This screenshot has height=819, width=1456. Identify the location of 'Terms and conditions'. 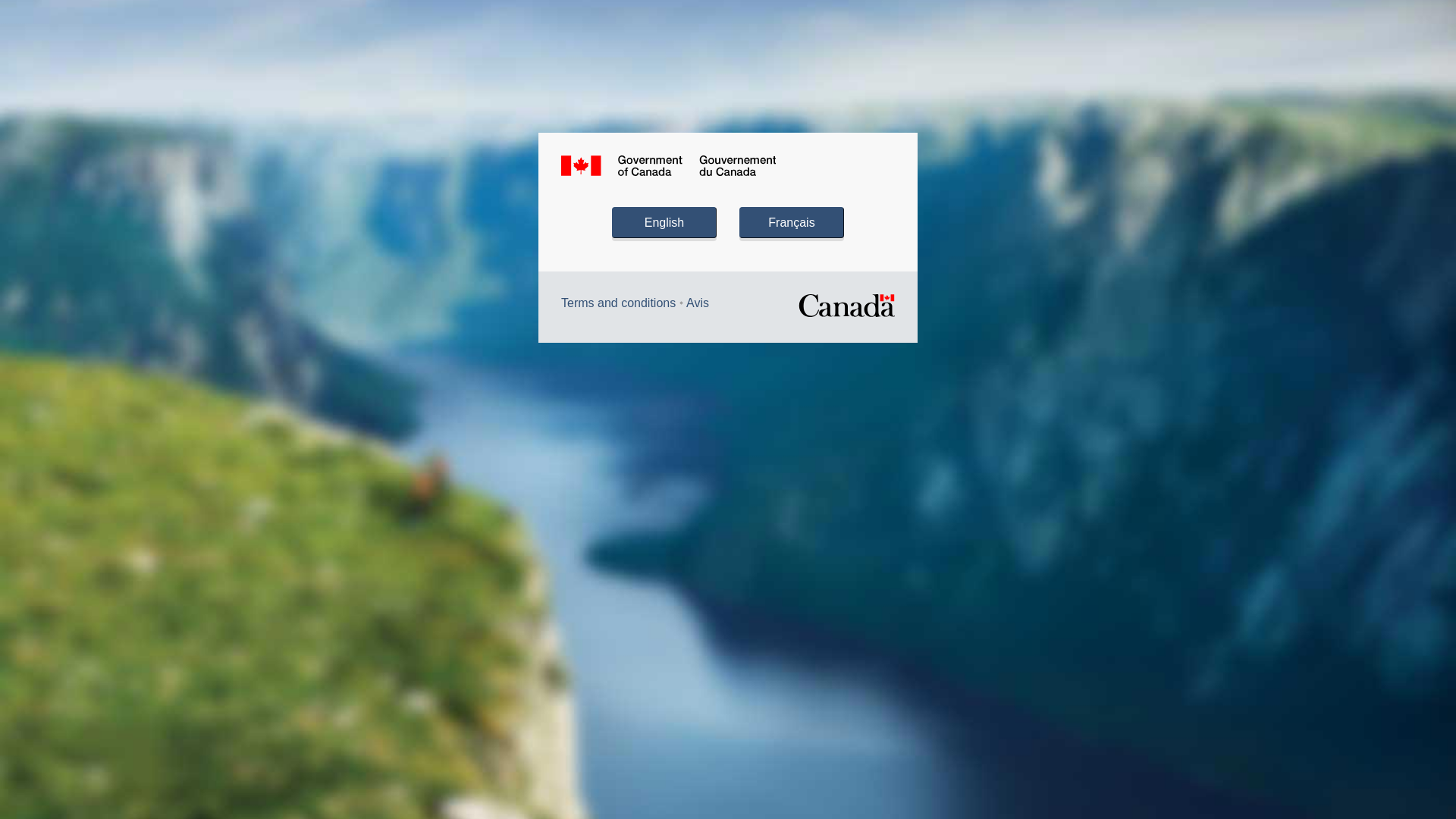
(560, 303).